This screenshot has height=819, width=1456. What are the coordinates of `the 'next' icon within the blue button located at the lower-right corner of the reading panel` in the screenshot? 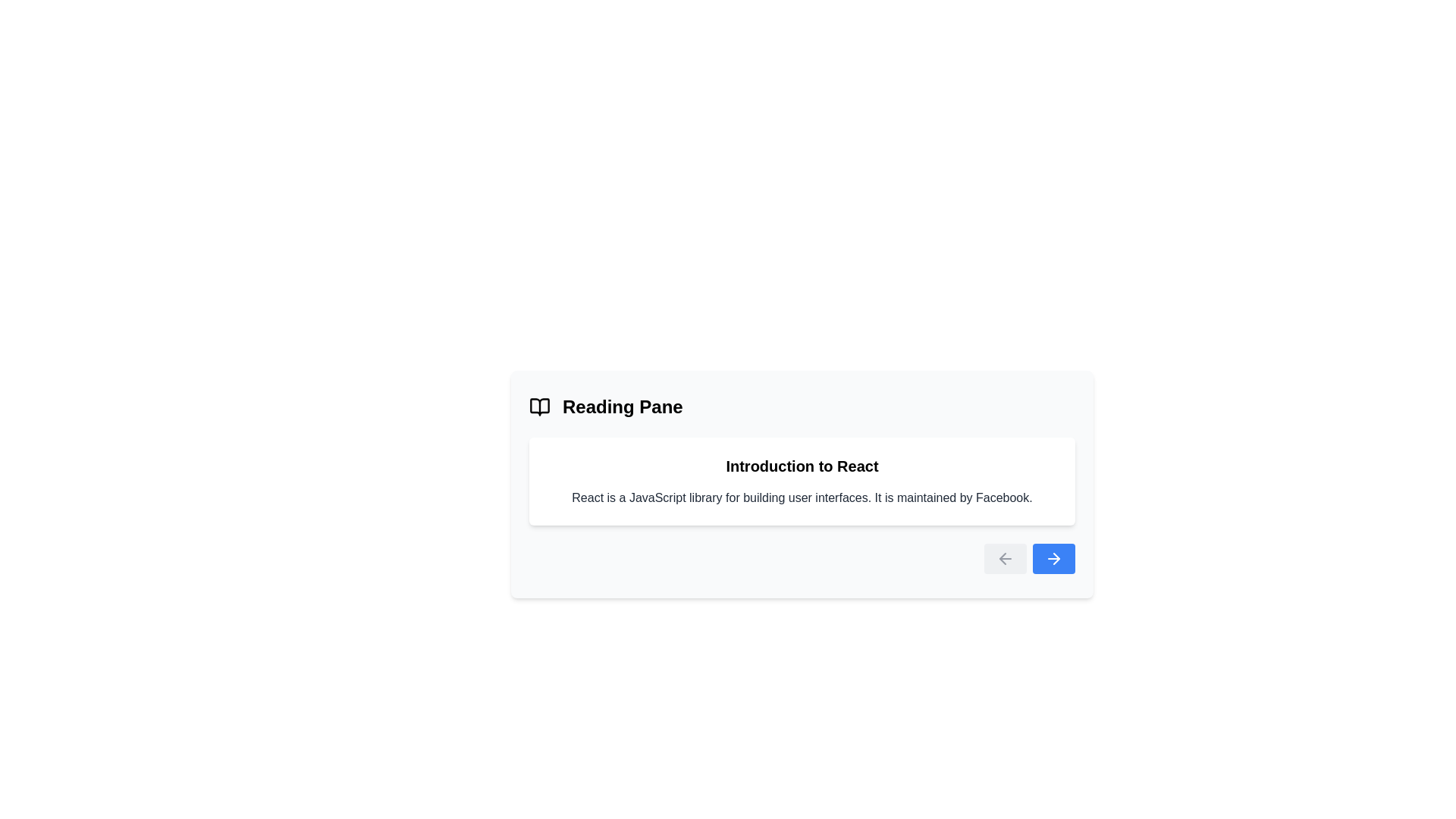 It's located at (1053, 558).